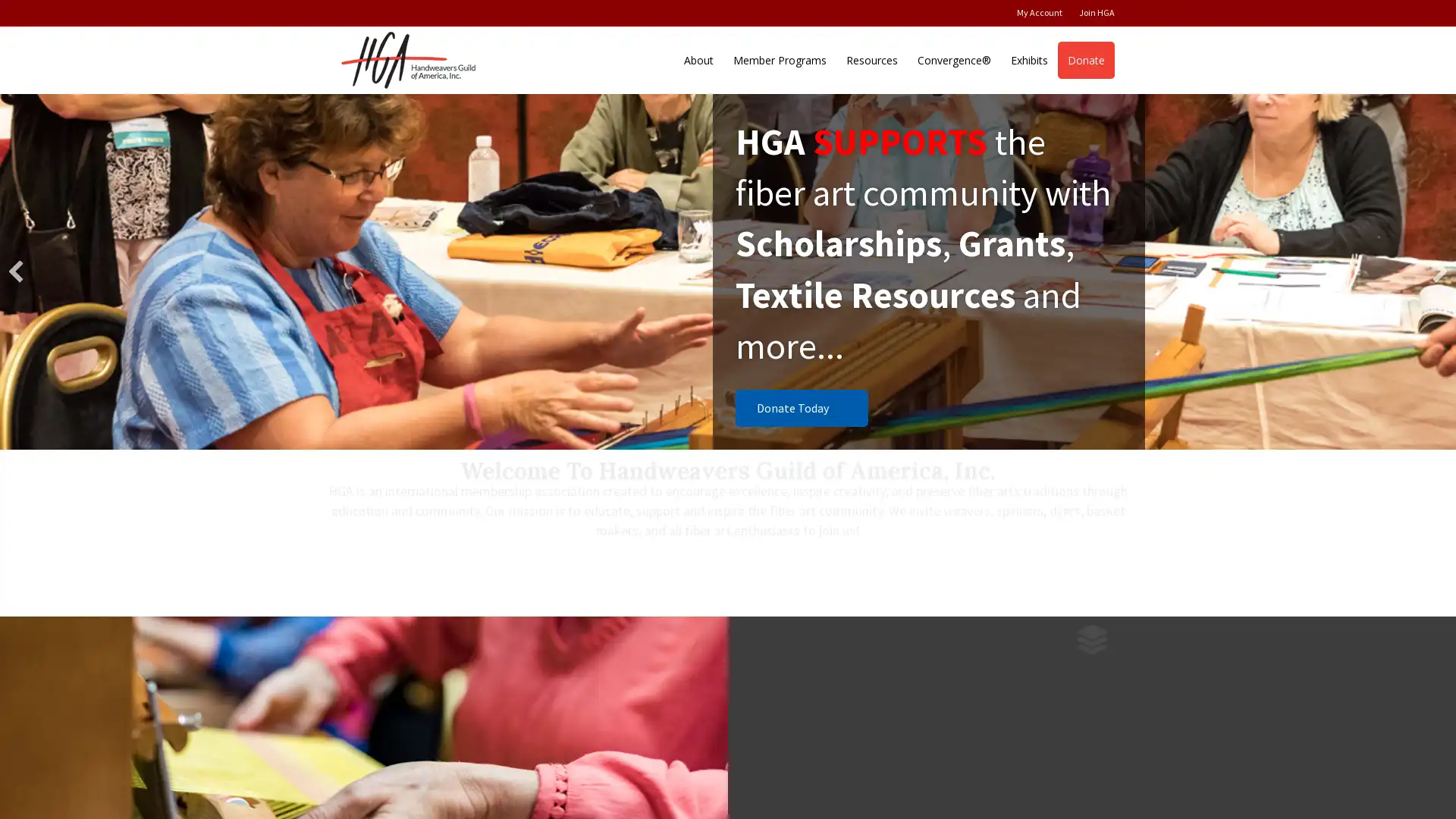 This screenshot has height=819, width=1456. I want to click on previous, so click(15, 271).